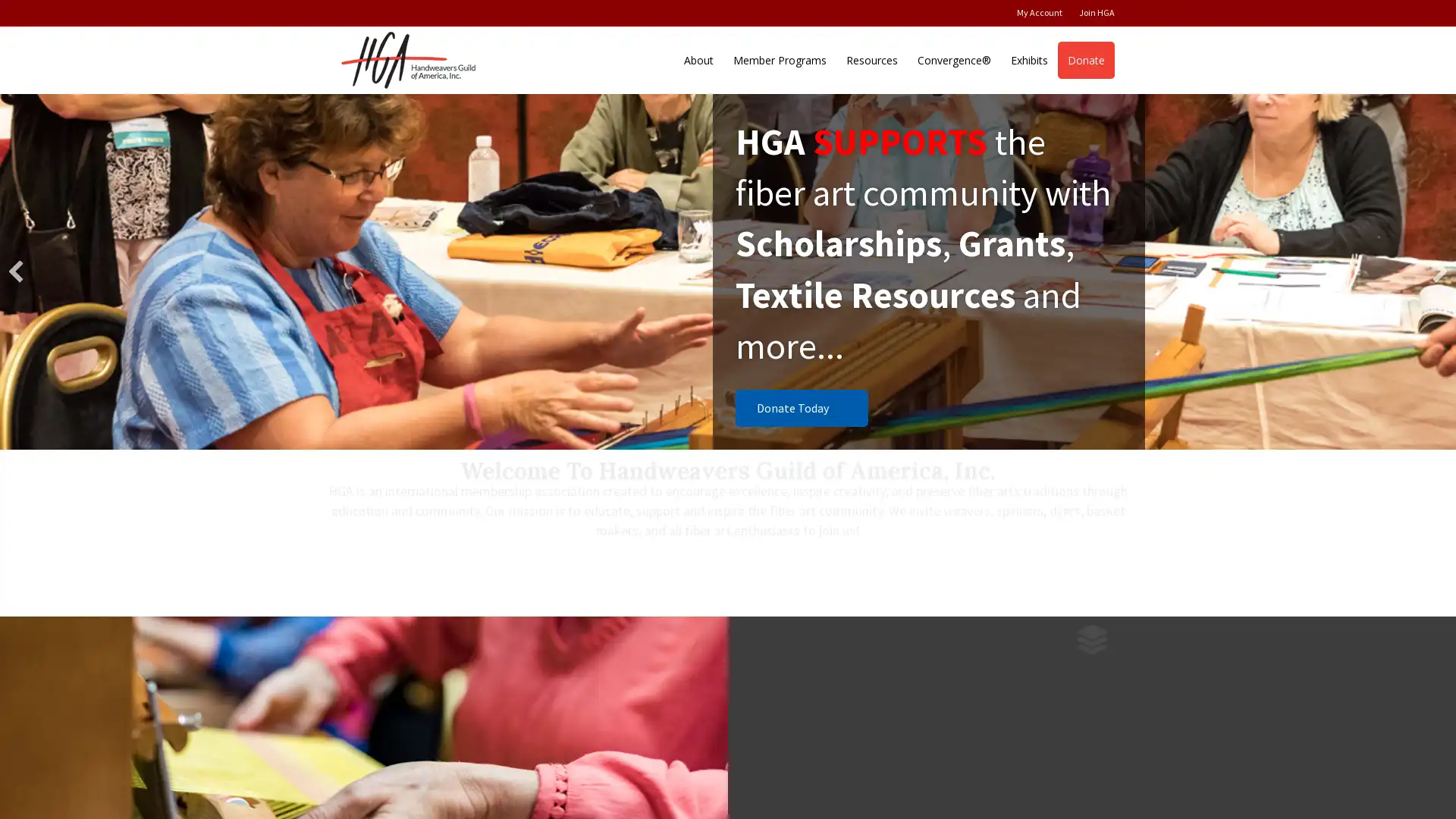 This screenshot has height=819, width=1456. I want to click on previous, so click(15, 271).